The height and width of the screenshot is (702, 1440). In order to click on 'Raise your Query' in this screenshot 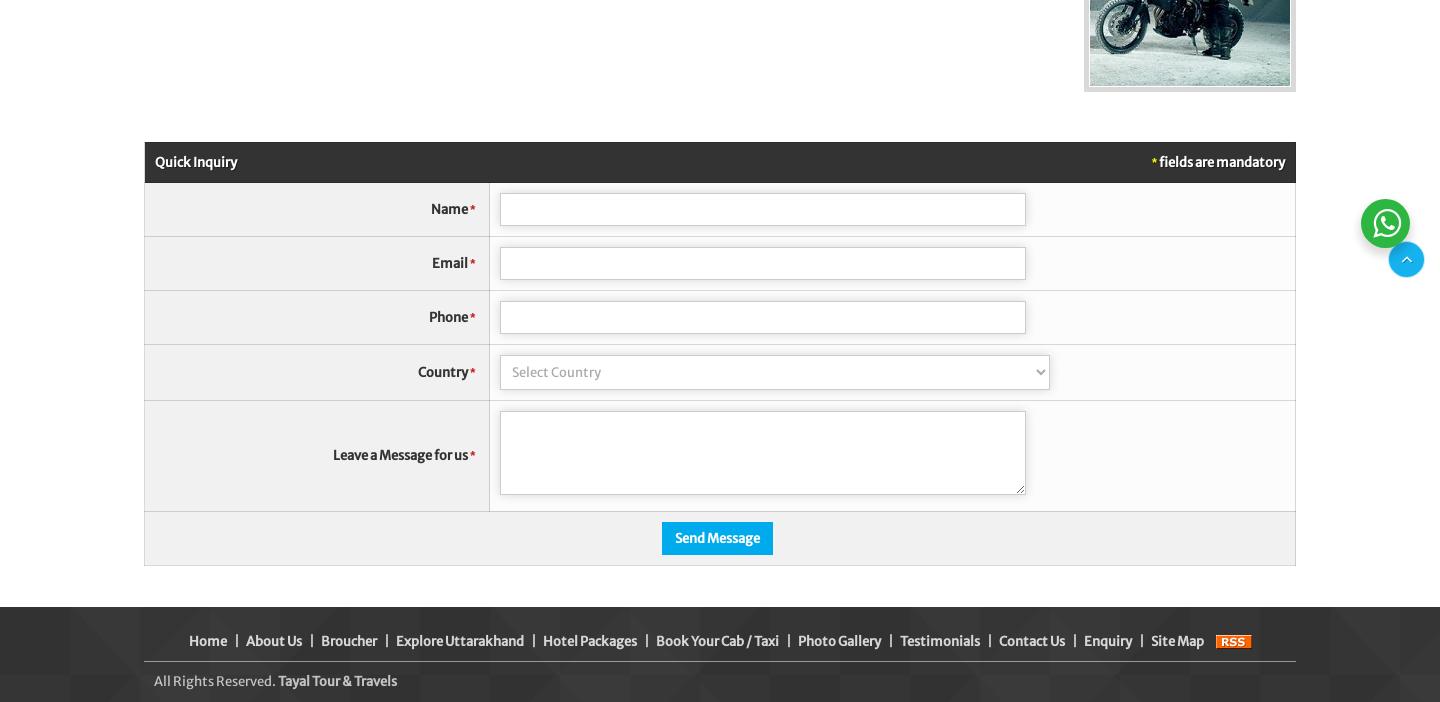, I will do `click(1127, 61)`.